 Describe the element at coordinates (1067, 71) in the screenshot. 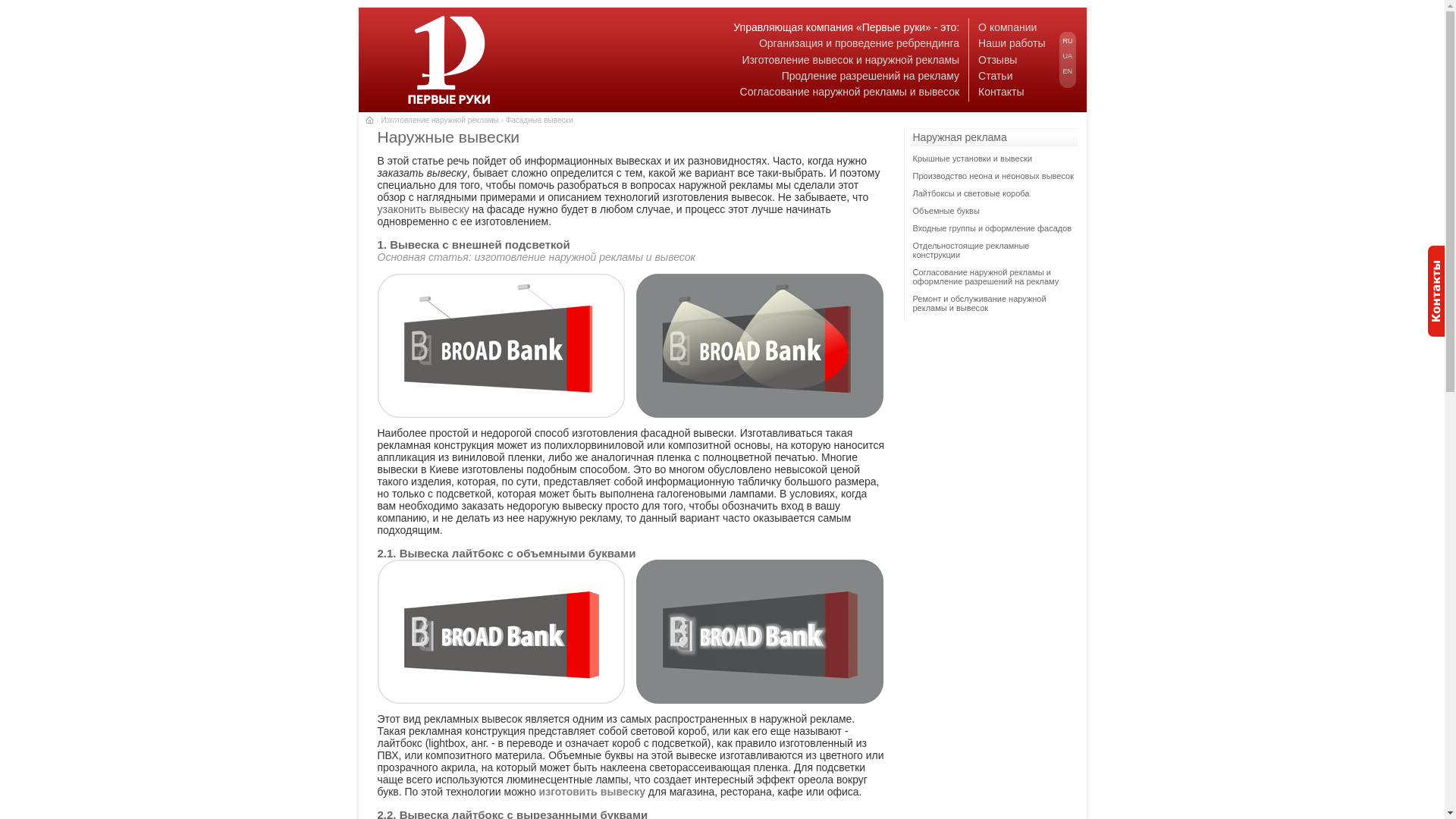

I see `'EN'` at that location.